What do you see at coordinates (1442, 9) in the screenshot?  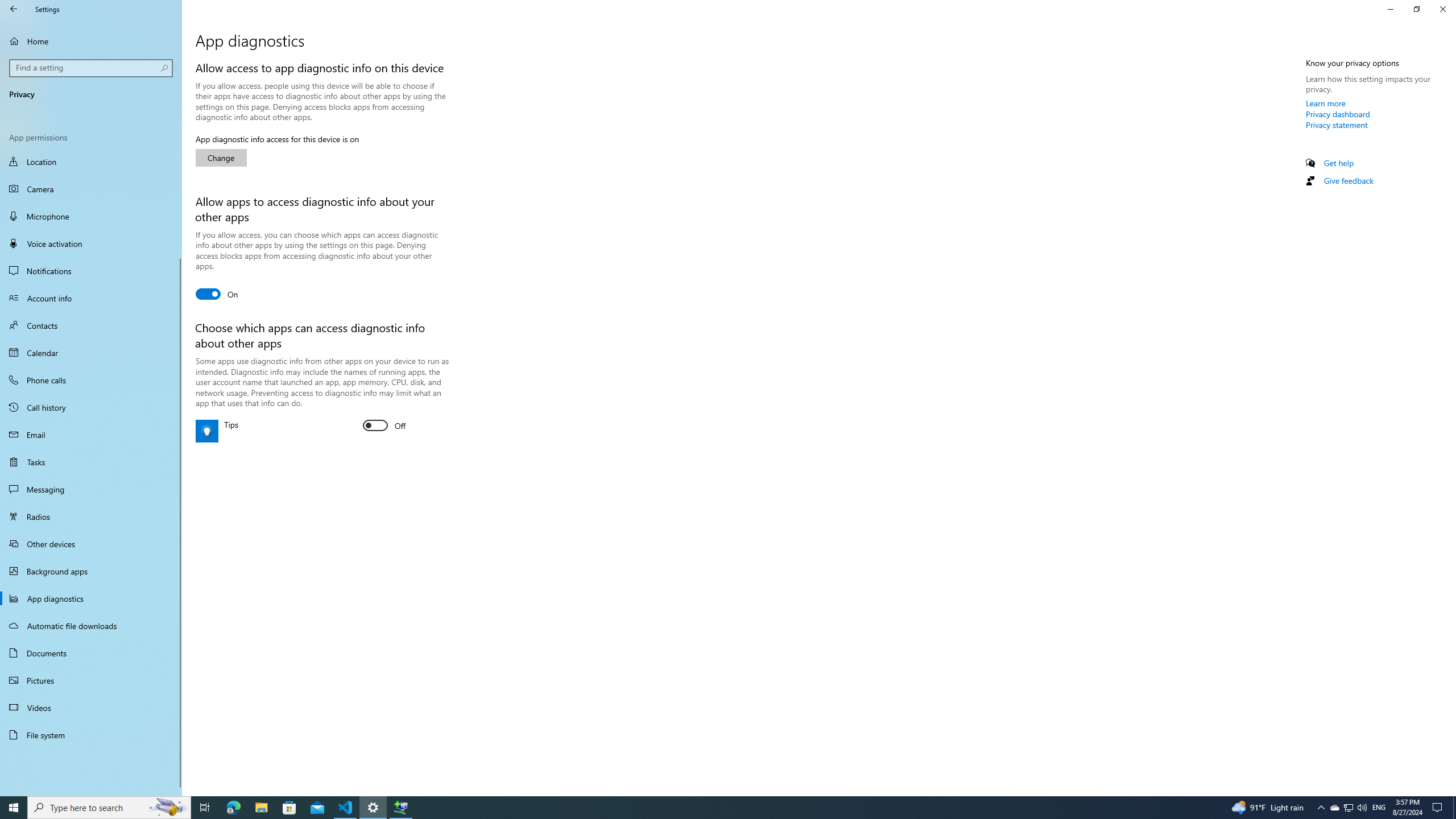 I see `'Close Settings'` at bounding box center [1442, 9].